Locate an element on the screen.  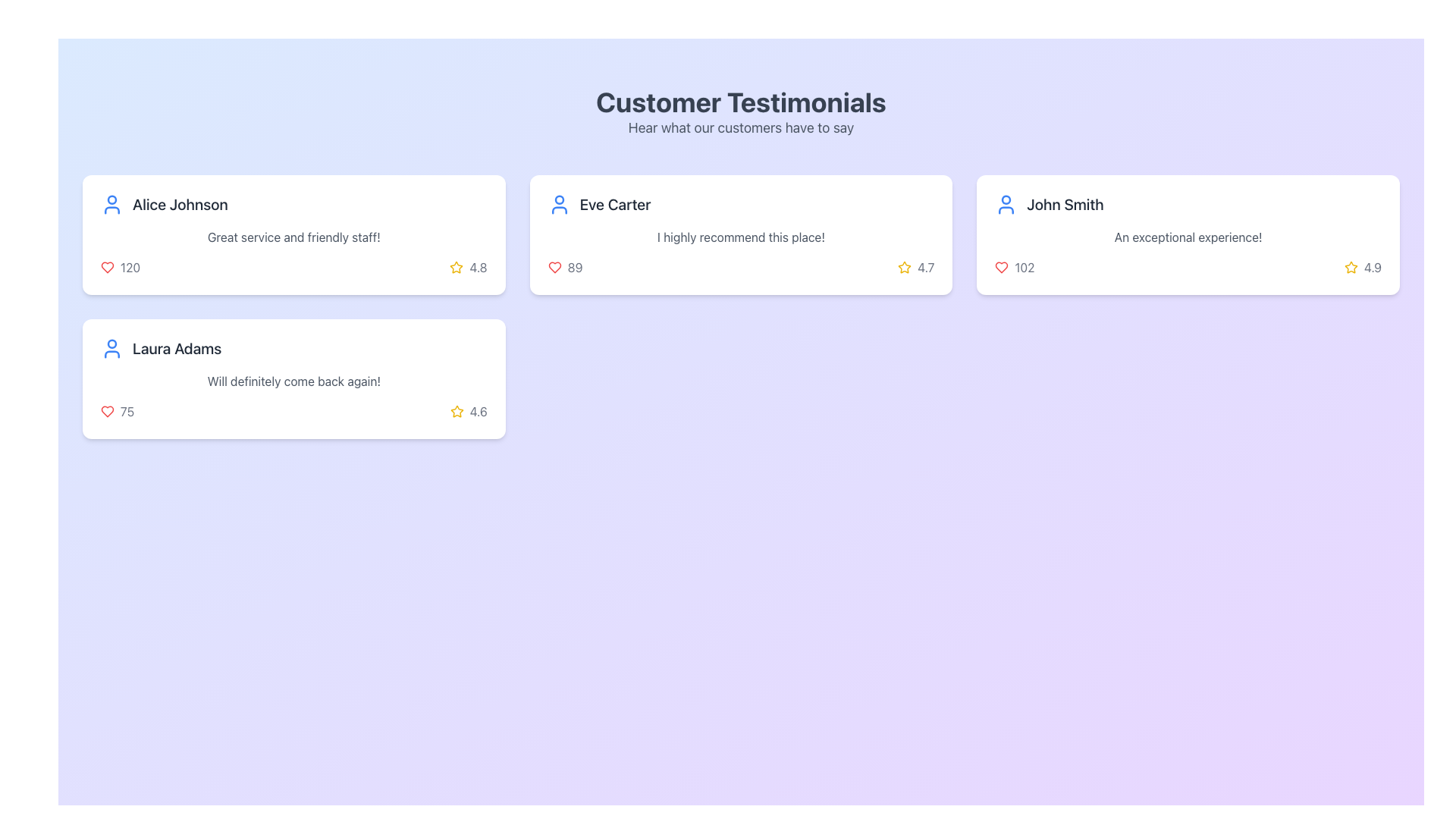
the numeric text '120' which is styled in a sans-serif font and located inside a testimonial card under the title 'Alice Johnson', immediately to the right of a red heart icon is located at coordinates (130, 267).